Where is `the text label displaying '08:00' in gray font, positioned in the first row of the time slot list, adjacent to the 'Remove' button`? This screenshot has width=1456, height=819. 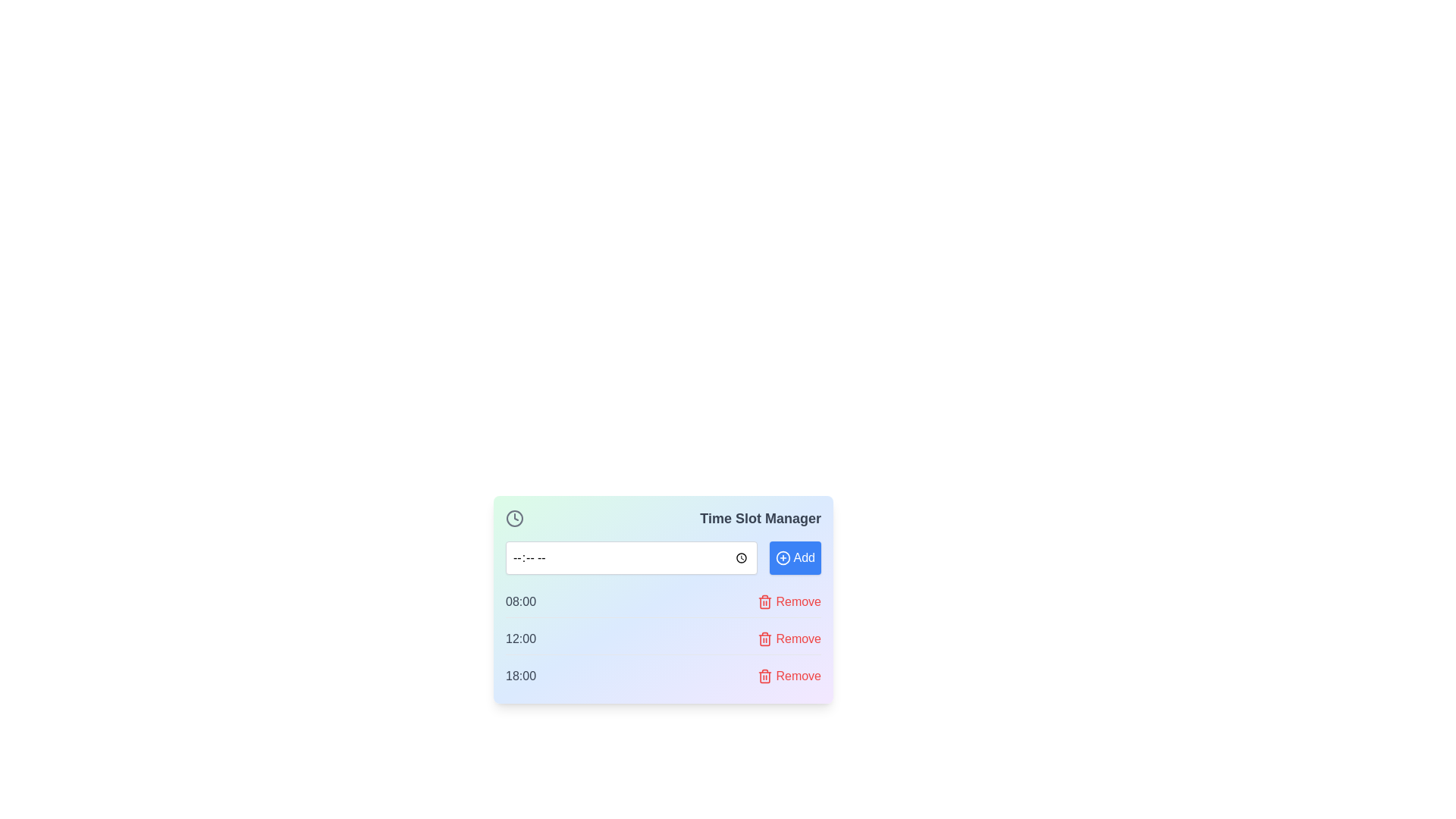
the text label displaying '08:00' in gray font, positioned in the first row of the time slot list, adjacent to the 'Remove' button is located at coordinates (520, 601).